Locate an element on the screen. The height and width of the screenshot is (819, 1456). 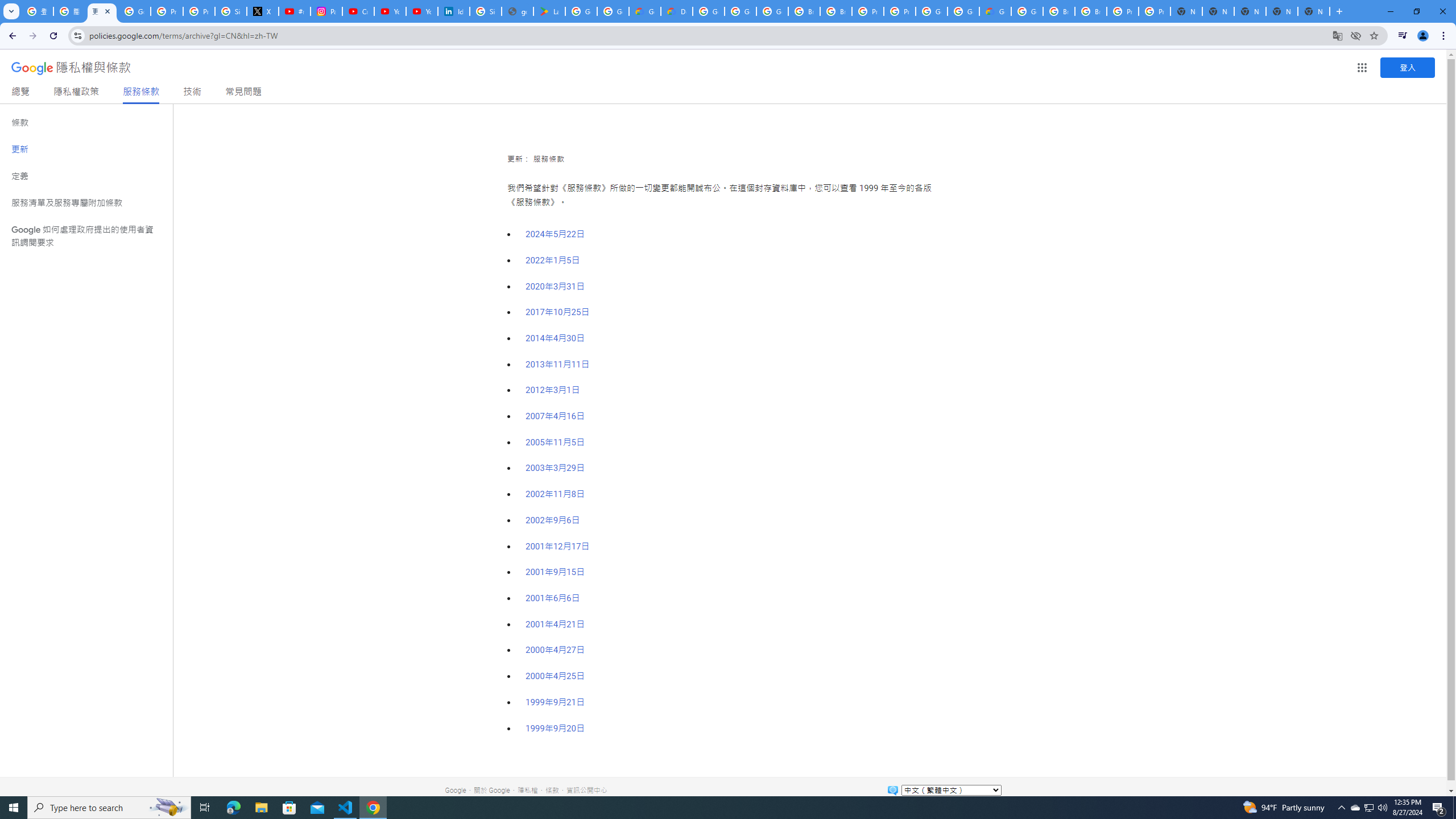
'Browse Chrome as a guest - Computer - Google Chrome Help' is located at coordinates (804, 11).